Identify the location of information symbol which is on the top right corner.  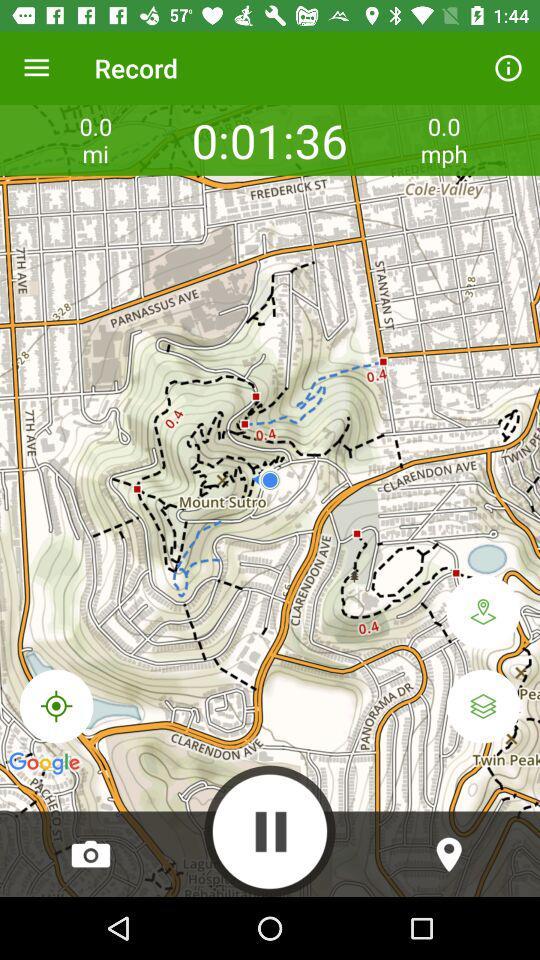
(508, 68).